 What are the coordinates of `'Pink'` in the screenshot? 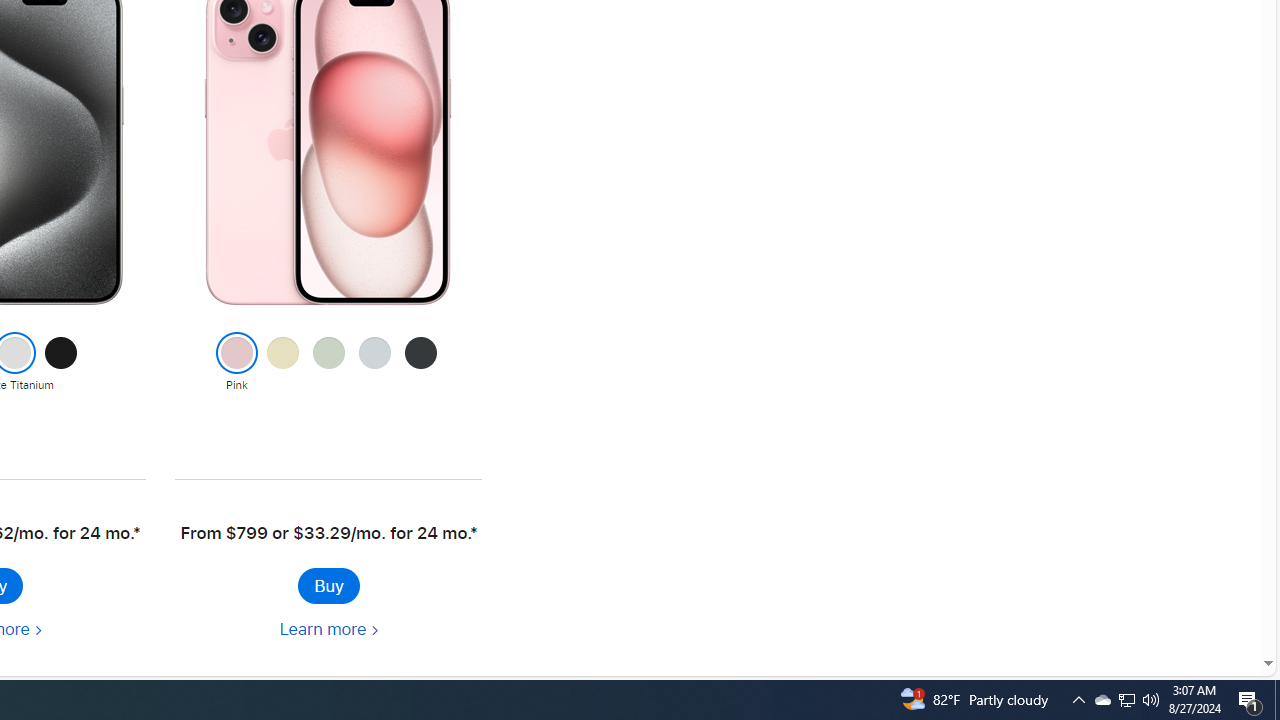 It's located at (236, 363).